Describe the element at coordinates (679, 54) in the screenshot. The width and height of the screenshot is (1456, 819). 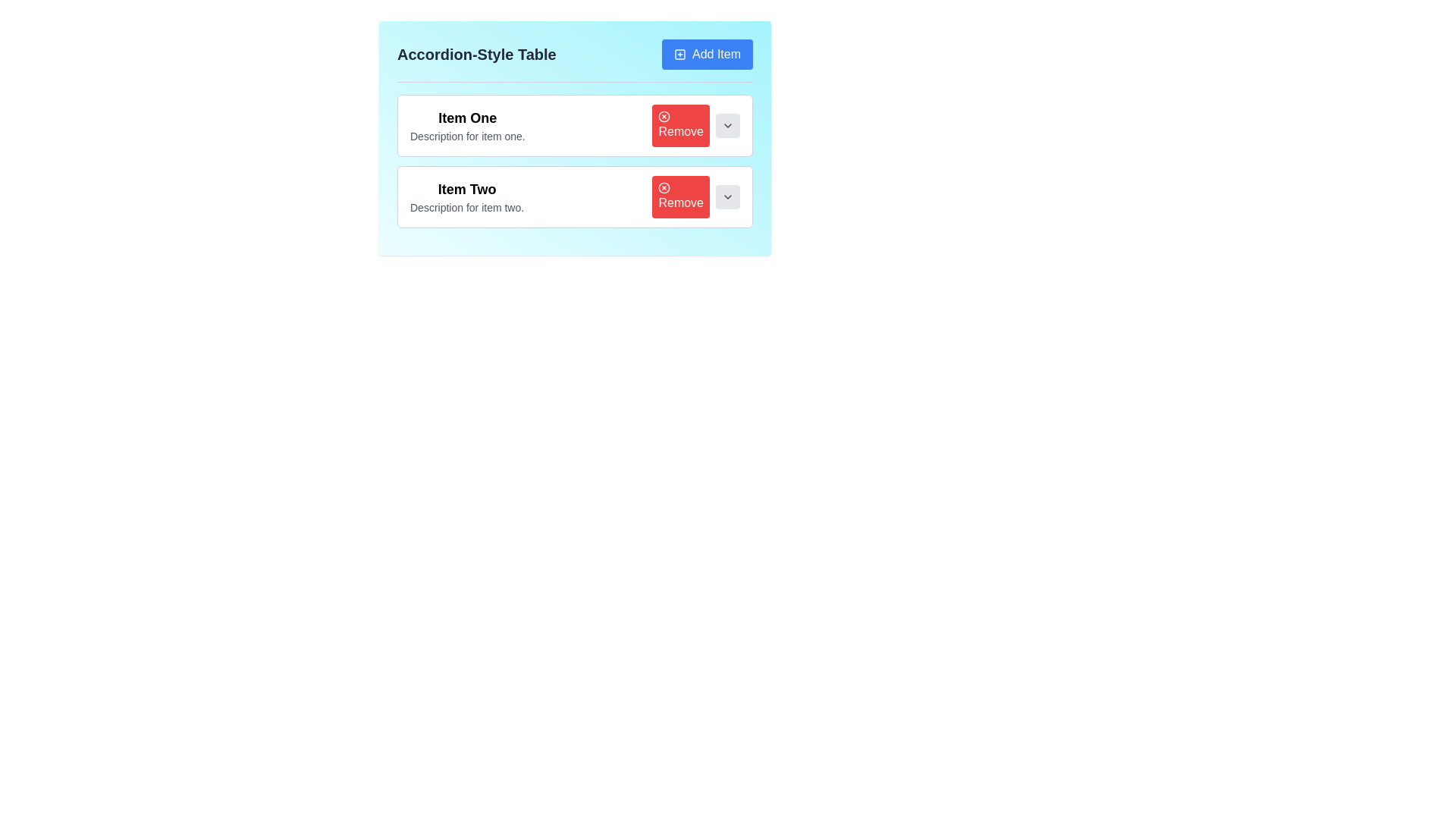
I see `the 'Add Item' button by targeting the square box within the SVG icon located in the upper-right portion of the interface panel` at that location.